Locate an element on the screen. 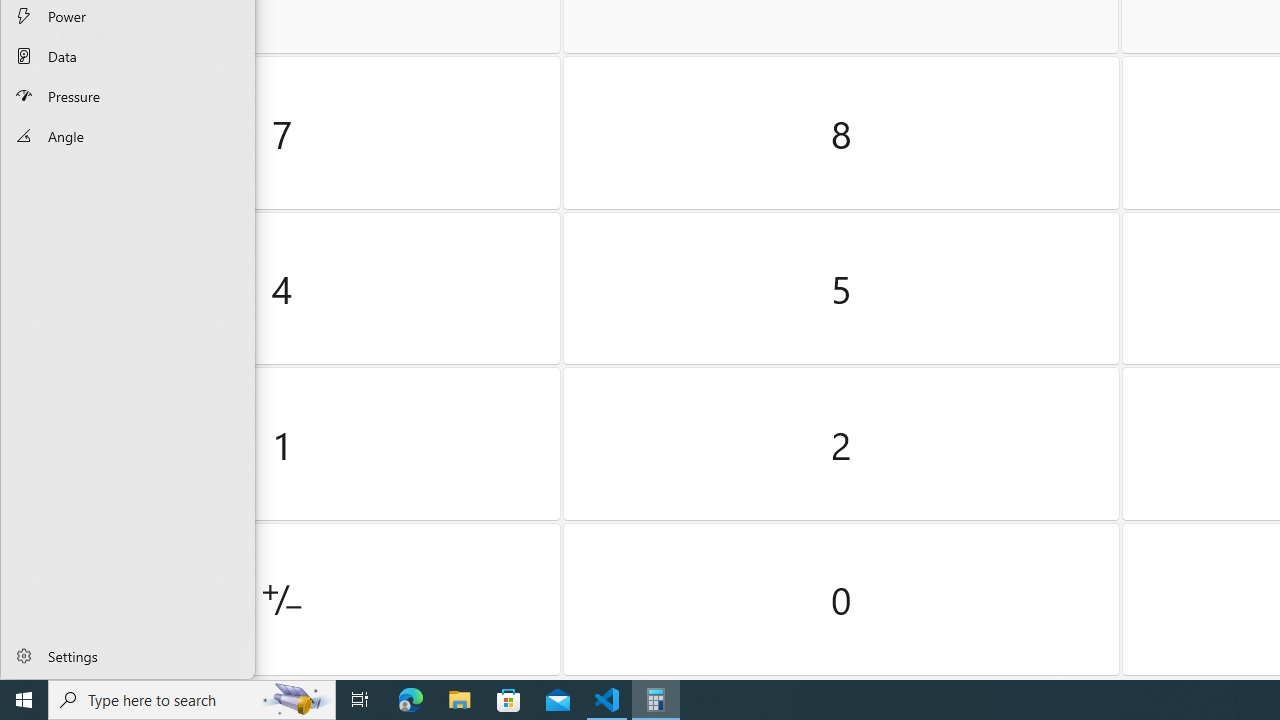 Image resolution: width=1280 pixels, height=720 pixels. 'Eight' is located at coordinates (841, 133).